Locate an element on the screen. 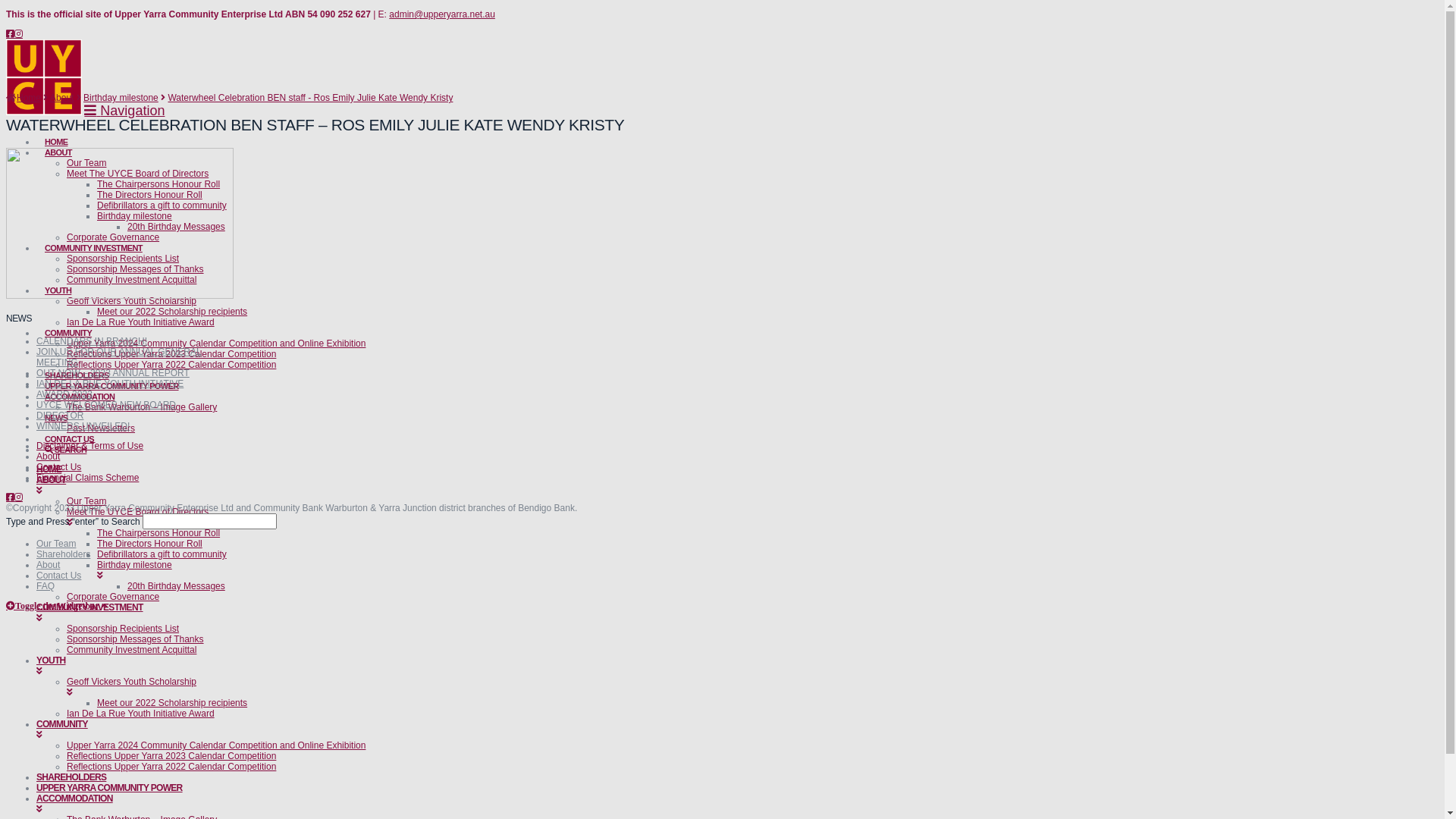 This screenshot has height=819, width=1456. 'ACCOMMODATION' is located at coordinates (79, 391).